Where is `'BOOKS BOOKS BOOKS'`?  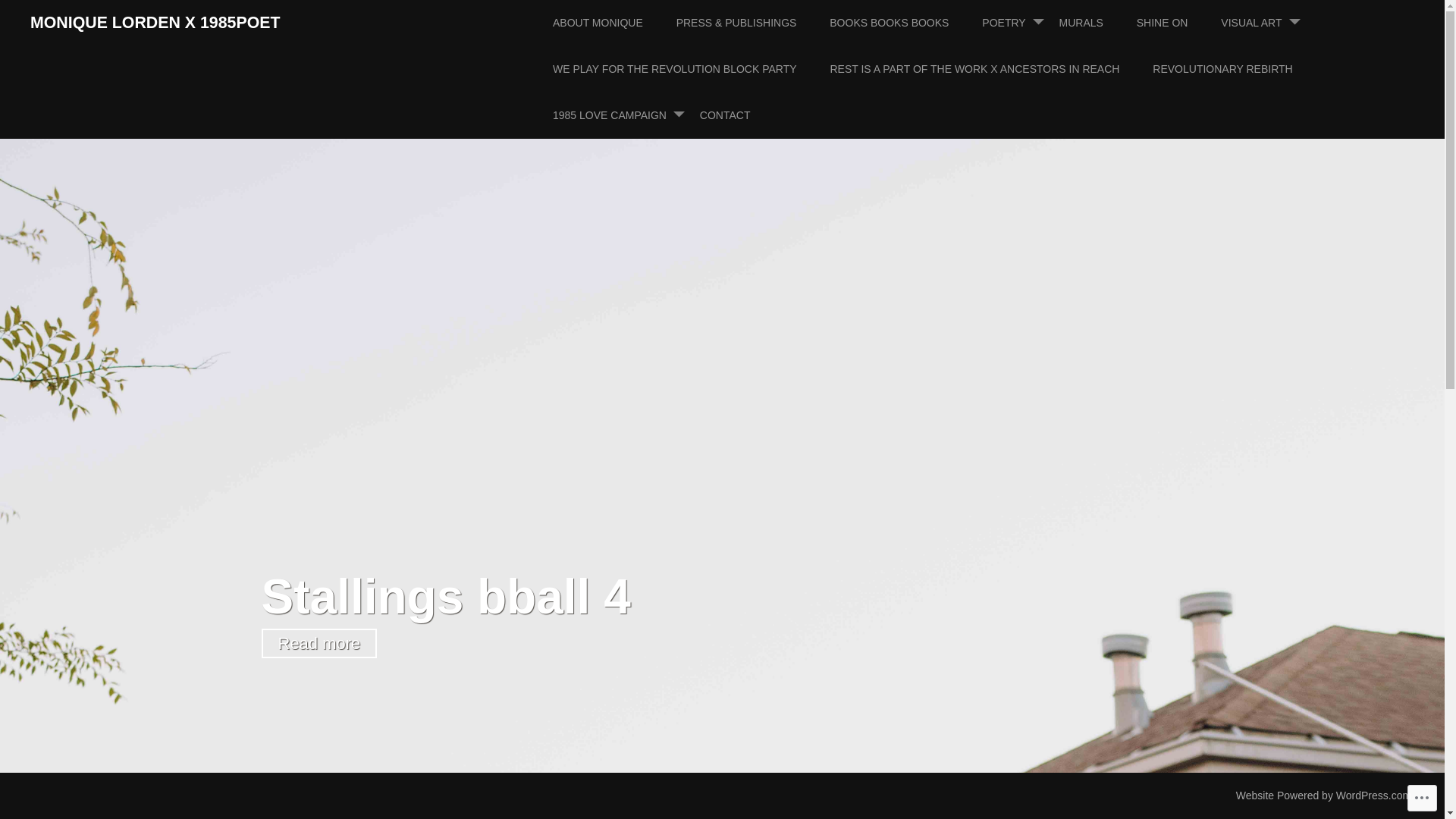
'BOOKS BOOKS BOOKS' is located at coordinates (829, 23).